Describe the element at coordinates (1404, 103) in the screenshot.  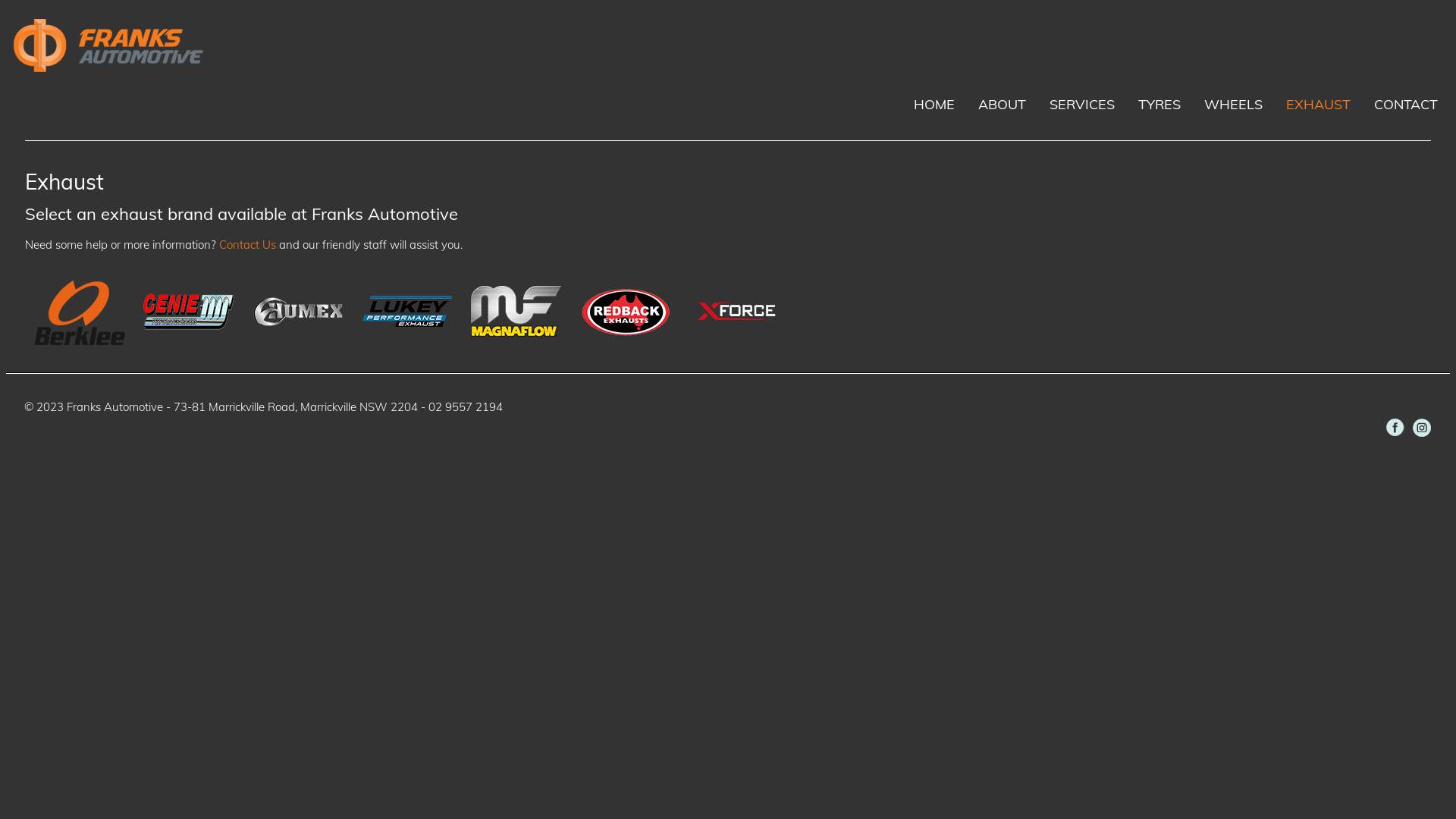
I see `'CONTACT'` at that location.